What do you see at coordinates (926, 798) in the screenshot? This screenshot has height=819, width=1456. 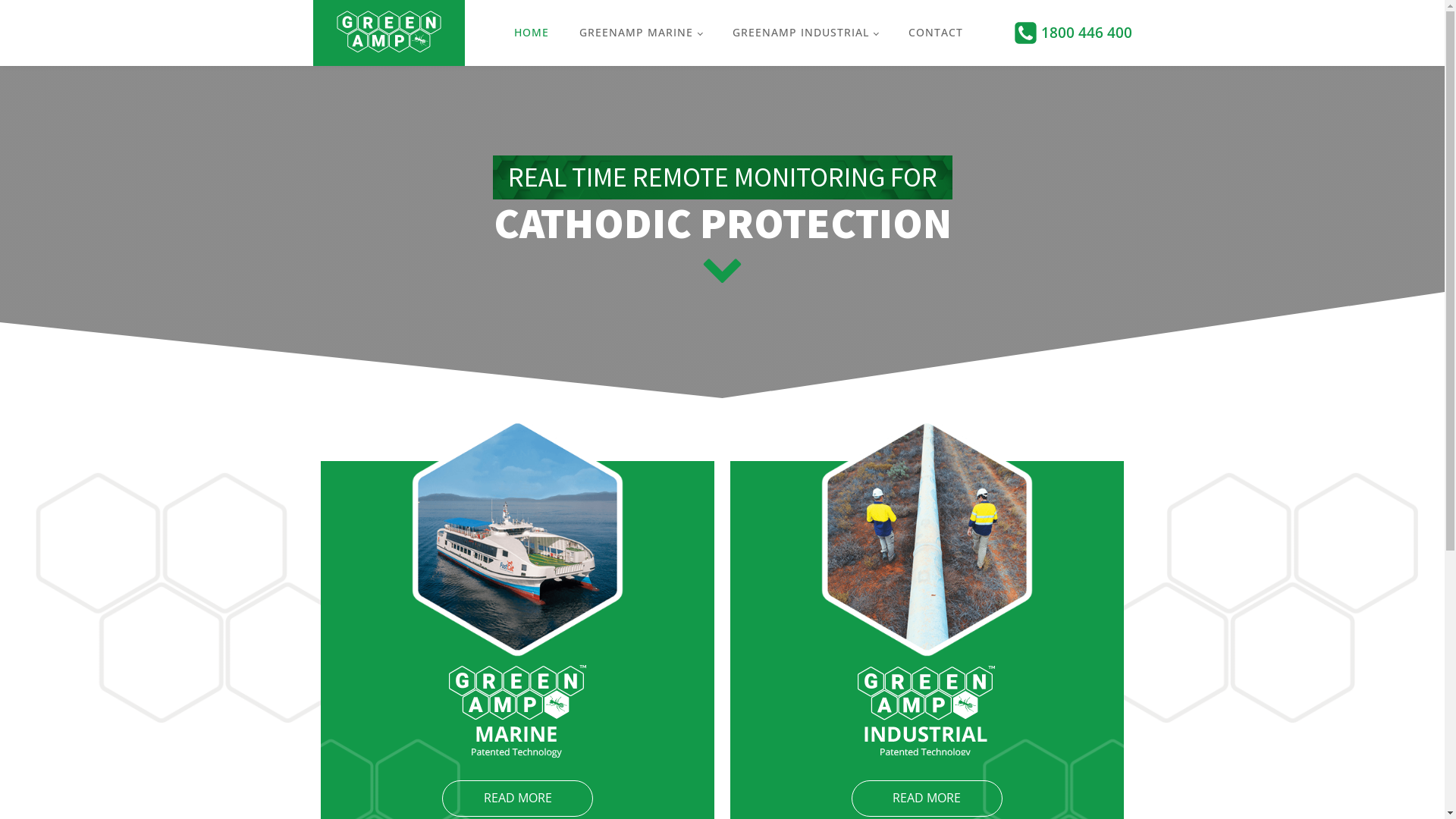 I see `'READ MORE'` at bounding box center [926, 798].